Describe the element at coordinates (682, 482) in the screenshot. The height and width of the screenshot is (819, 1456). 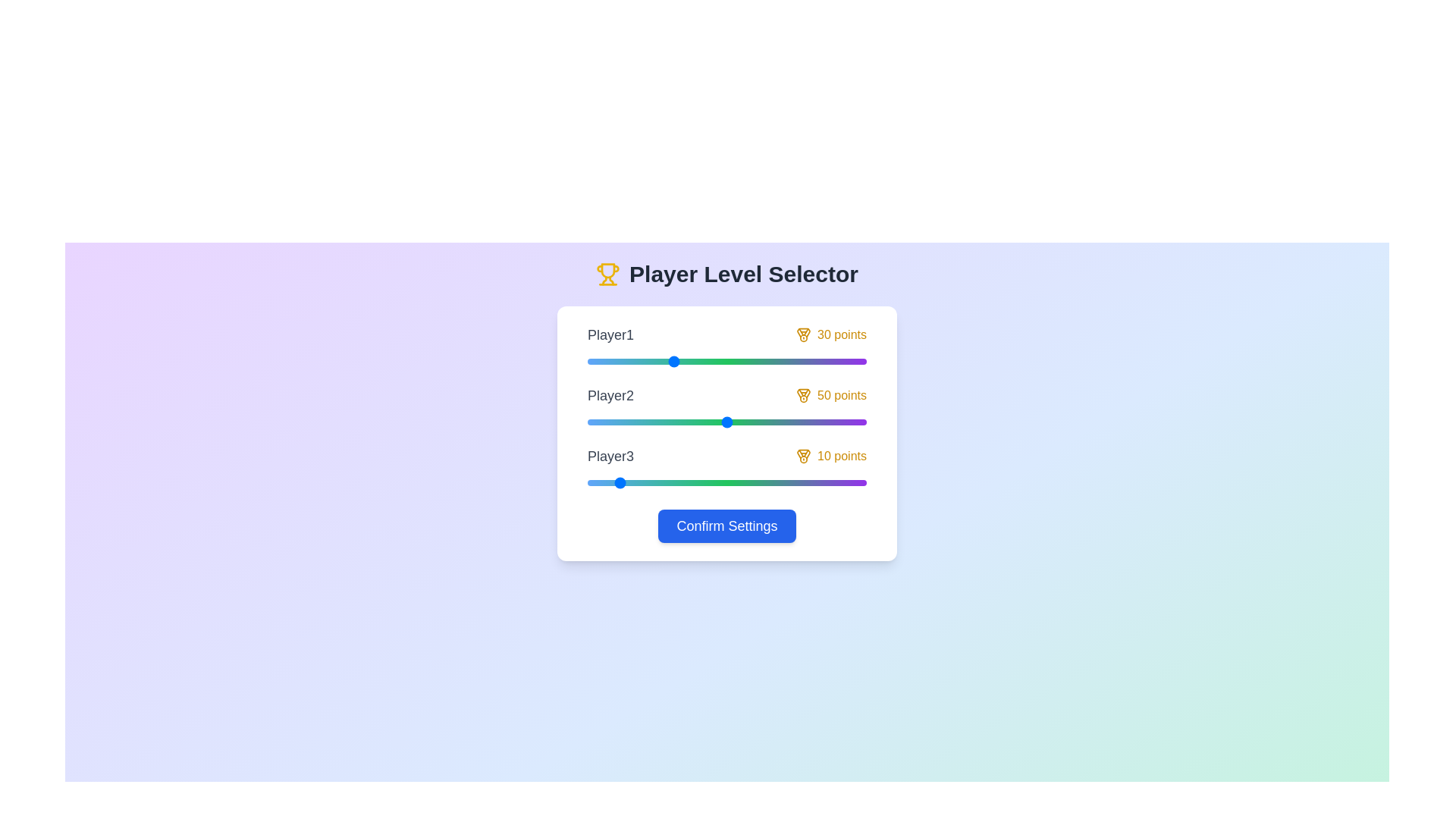
I see `the slider for Player3 to set their level to 34` at that location.